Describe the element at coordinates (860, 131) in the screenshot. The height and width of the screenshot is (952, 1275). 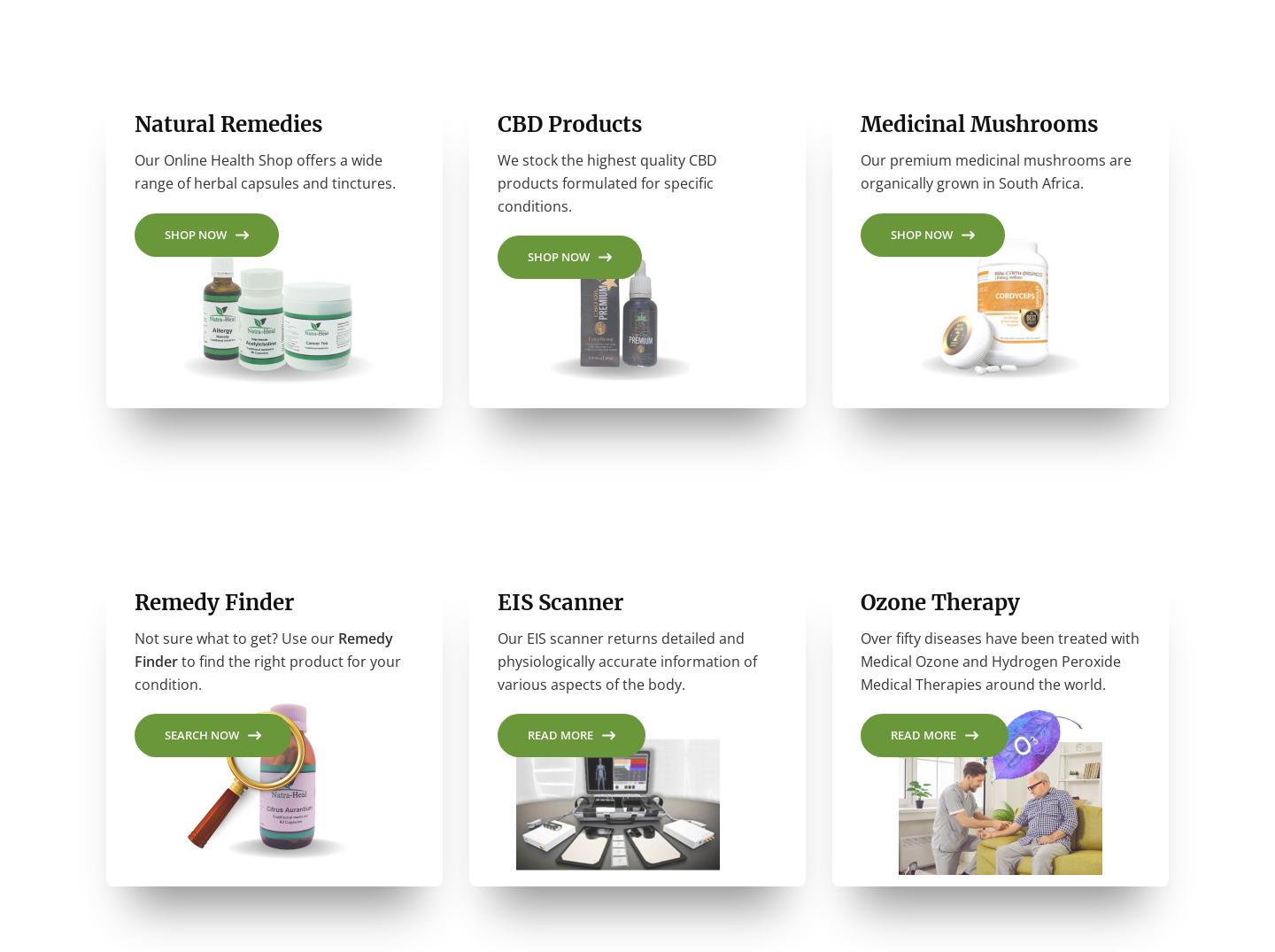
I see `'Medicinal Mushrooms'` at that location.